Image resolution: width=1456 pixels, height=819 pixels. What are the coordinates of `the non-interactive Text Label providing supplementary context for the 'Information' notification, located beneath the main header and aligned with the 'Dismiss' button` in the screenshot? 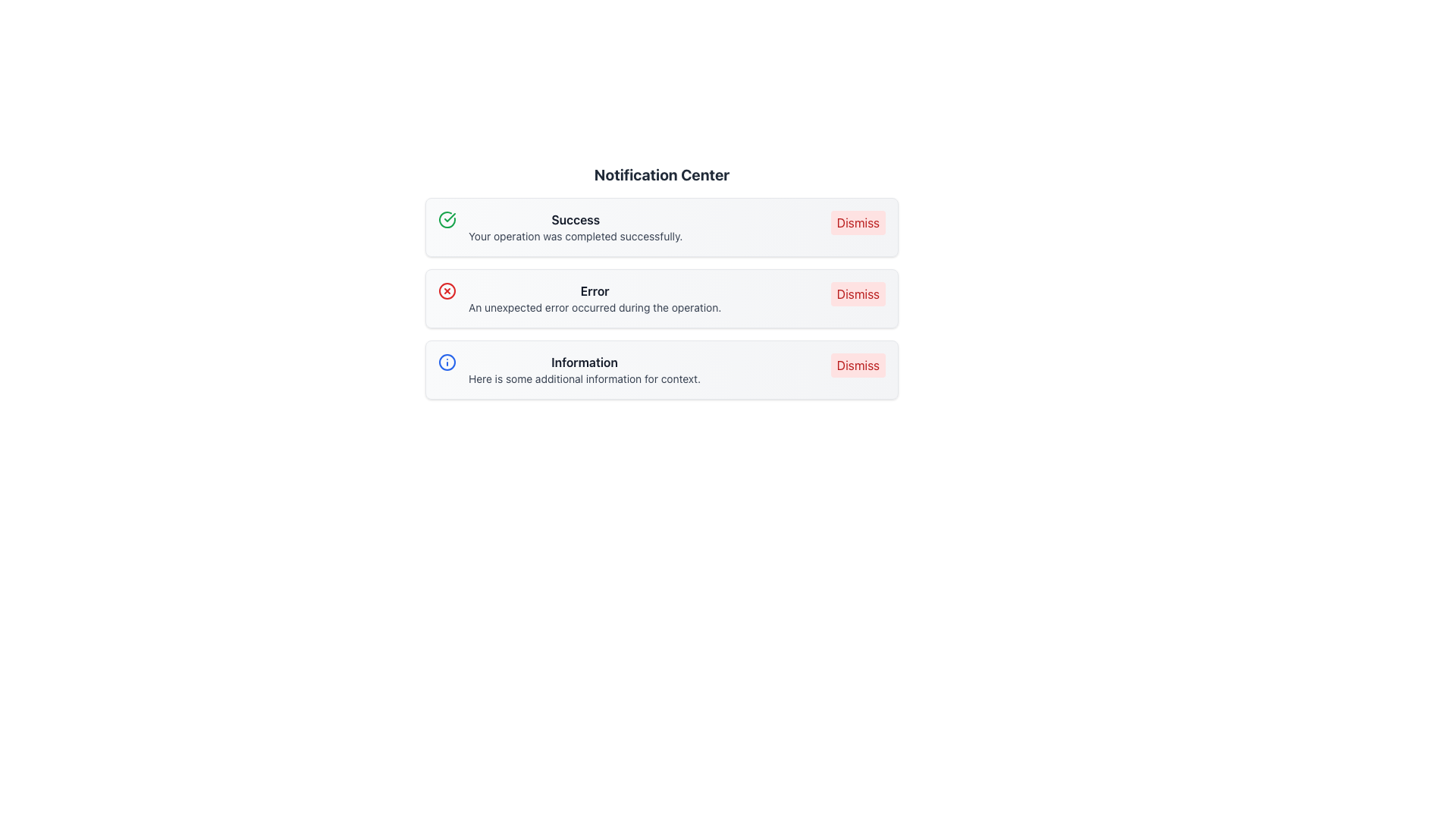 It's located at (584, 378).